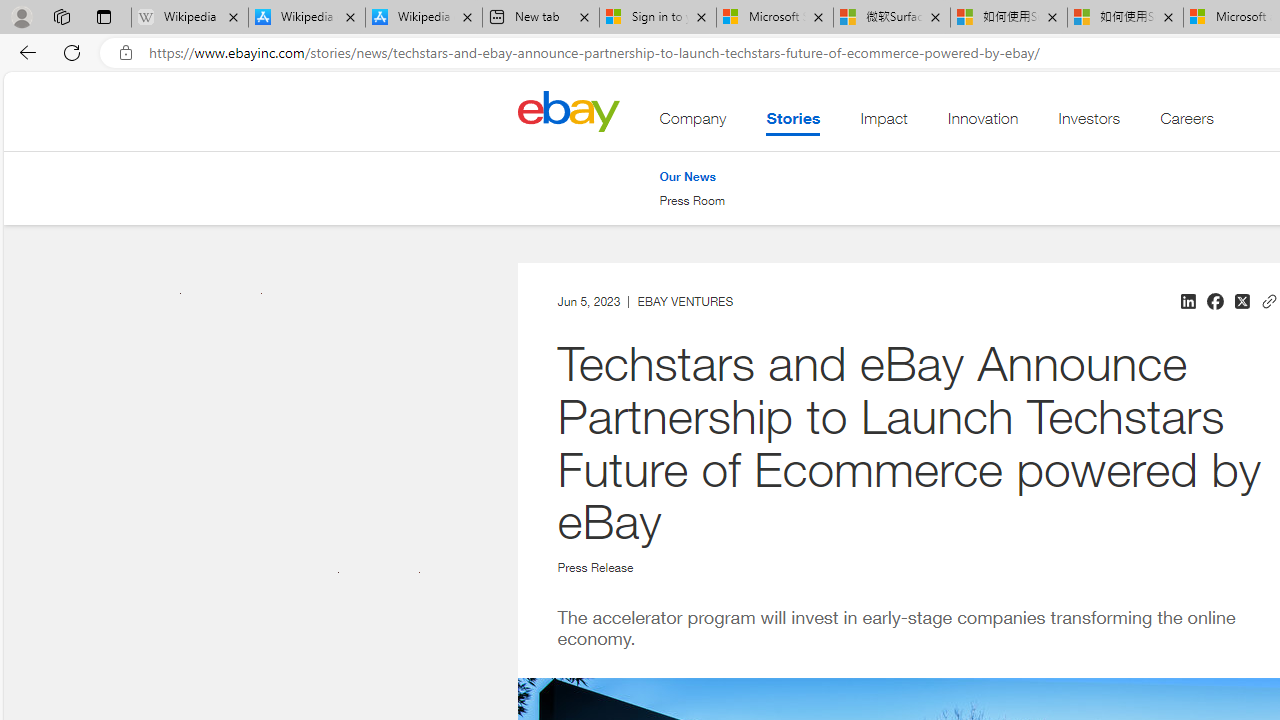 The height and width of the screenshot is (720, 1280). I want to click on 'Our News', so click(687, 175).